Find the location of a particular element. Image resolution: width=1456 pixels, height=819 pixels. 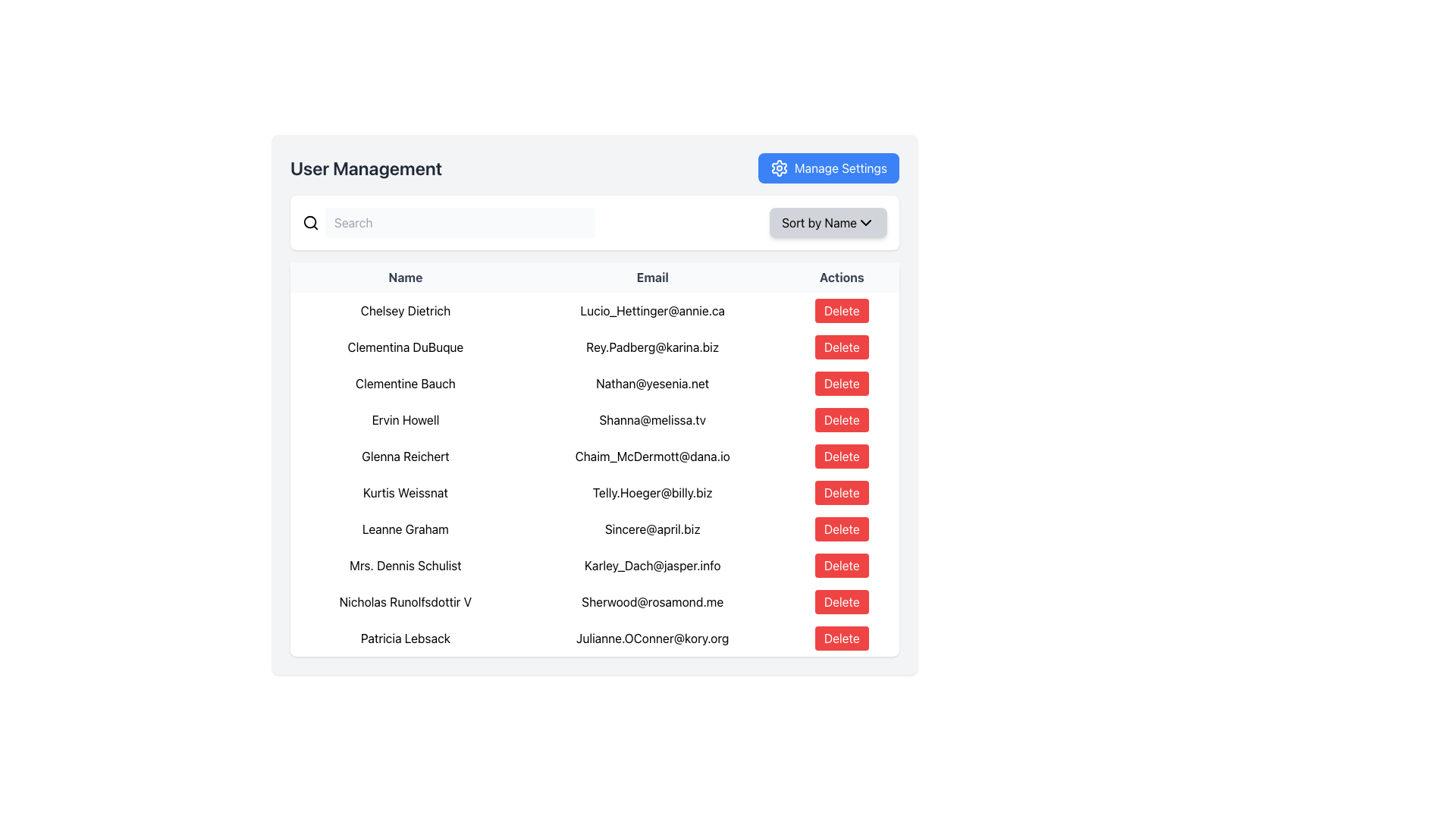

the red rectangular 'Delete' button associated with the email 'Chaim_McDermott@dana.io' and the name 'Glenna Reichert' is located at coordinates (841, 455).